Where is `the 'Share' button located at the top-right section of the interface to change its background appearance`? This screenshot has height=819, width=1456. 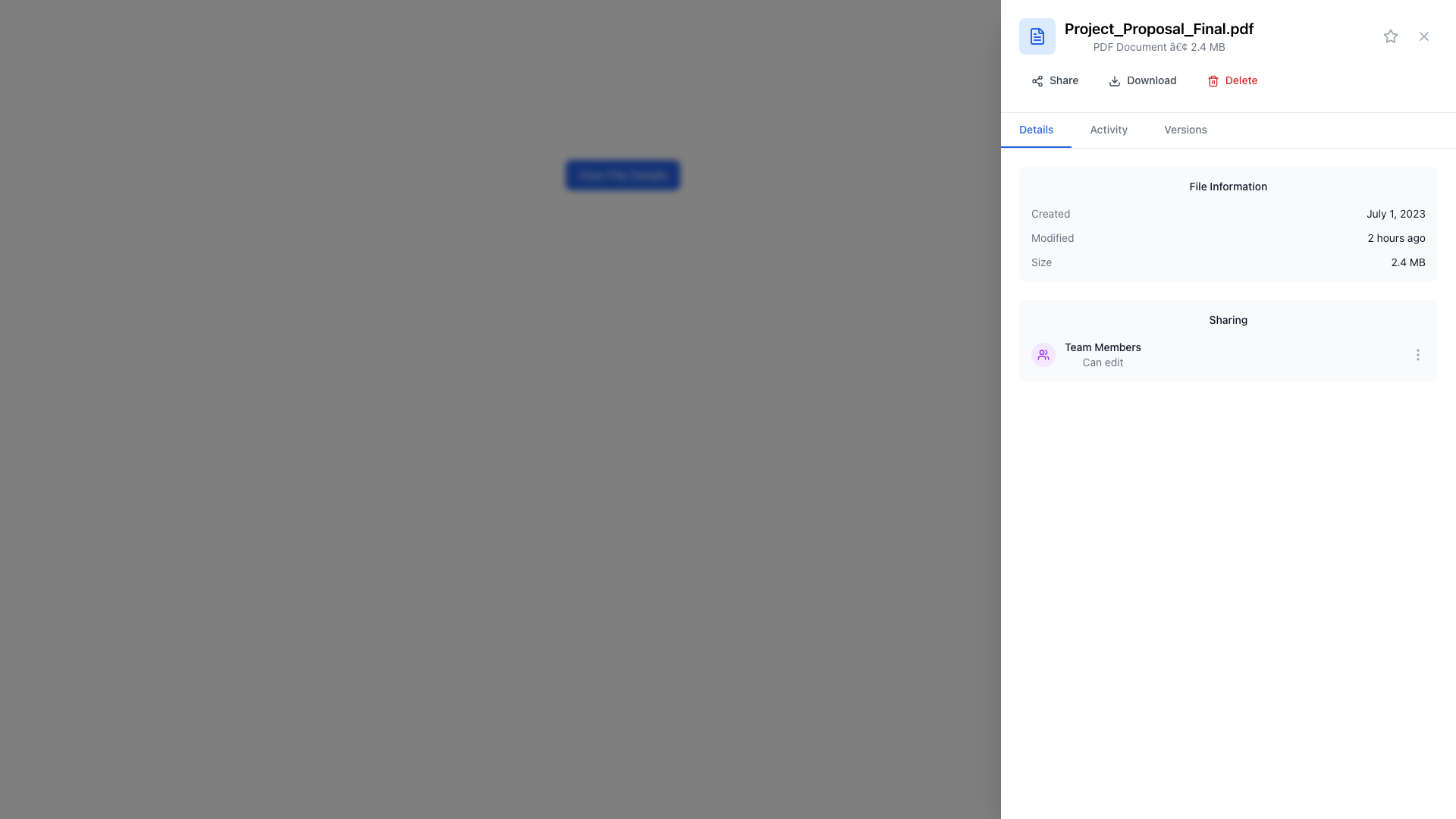
the 'Share' button located at the top-right section of the interface to change its background appearance is located at coordinates (1054, 80).